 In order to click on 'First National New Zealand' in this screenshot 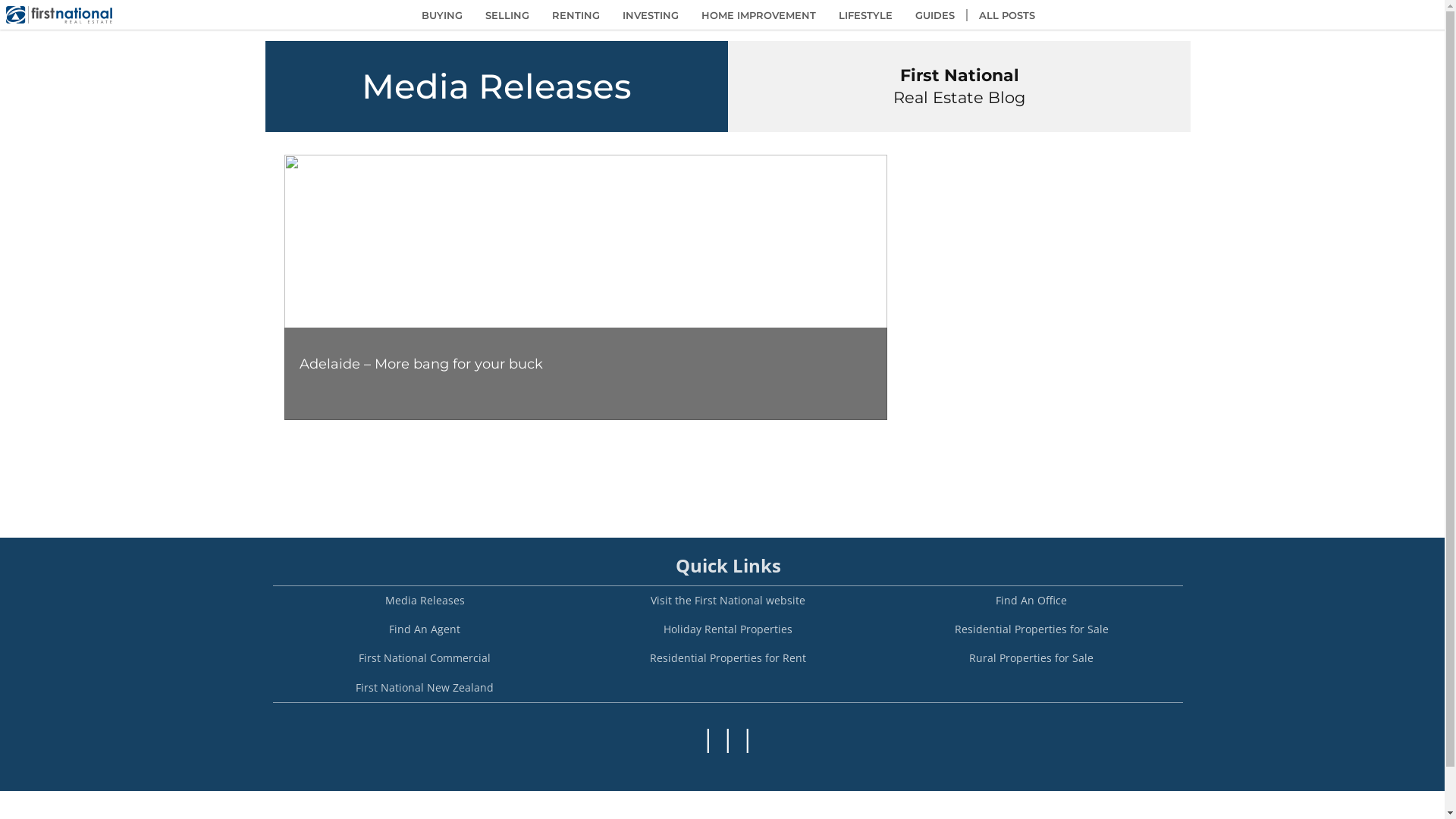, I will do `click(425, 687)`.